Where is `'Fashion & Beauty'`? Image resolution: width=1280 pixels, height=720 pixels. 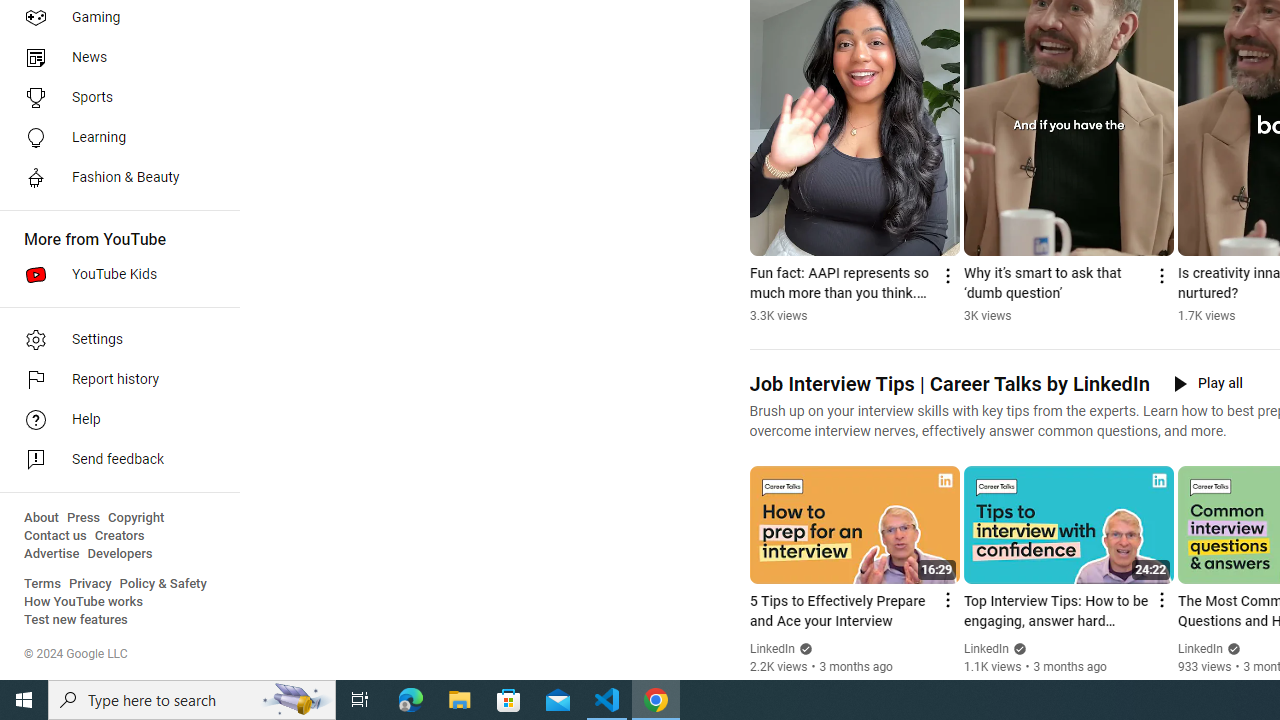 'Fashion & Beauty' is located at coordinates (112, 176).